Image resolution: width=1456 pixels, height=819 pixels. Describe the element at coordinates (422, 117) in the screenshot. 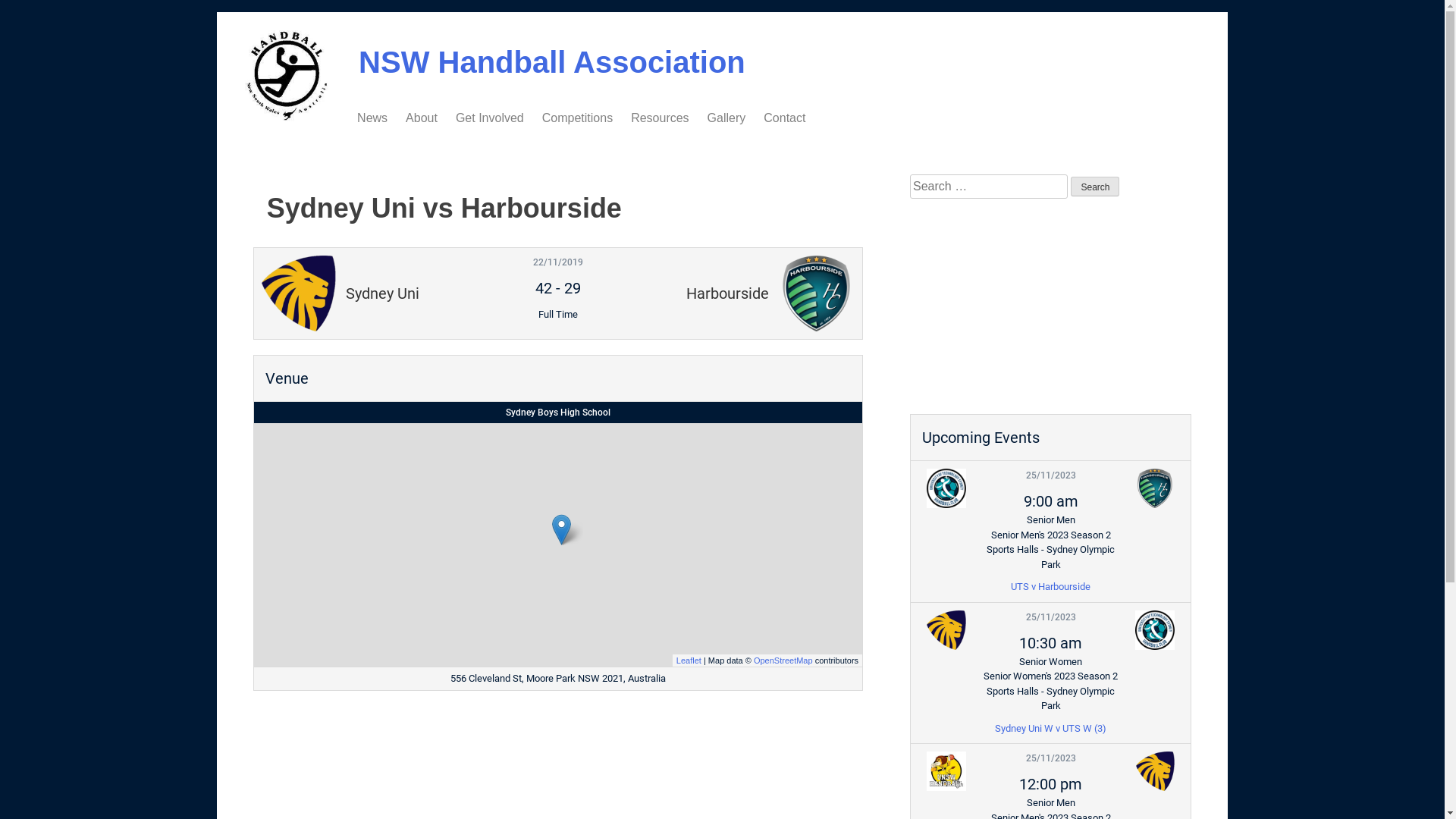

I see `'About'` at that location.